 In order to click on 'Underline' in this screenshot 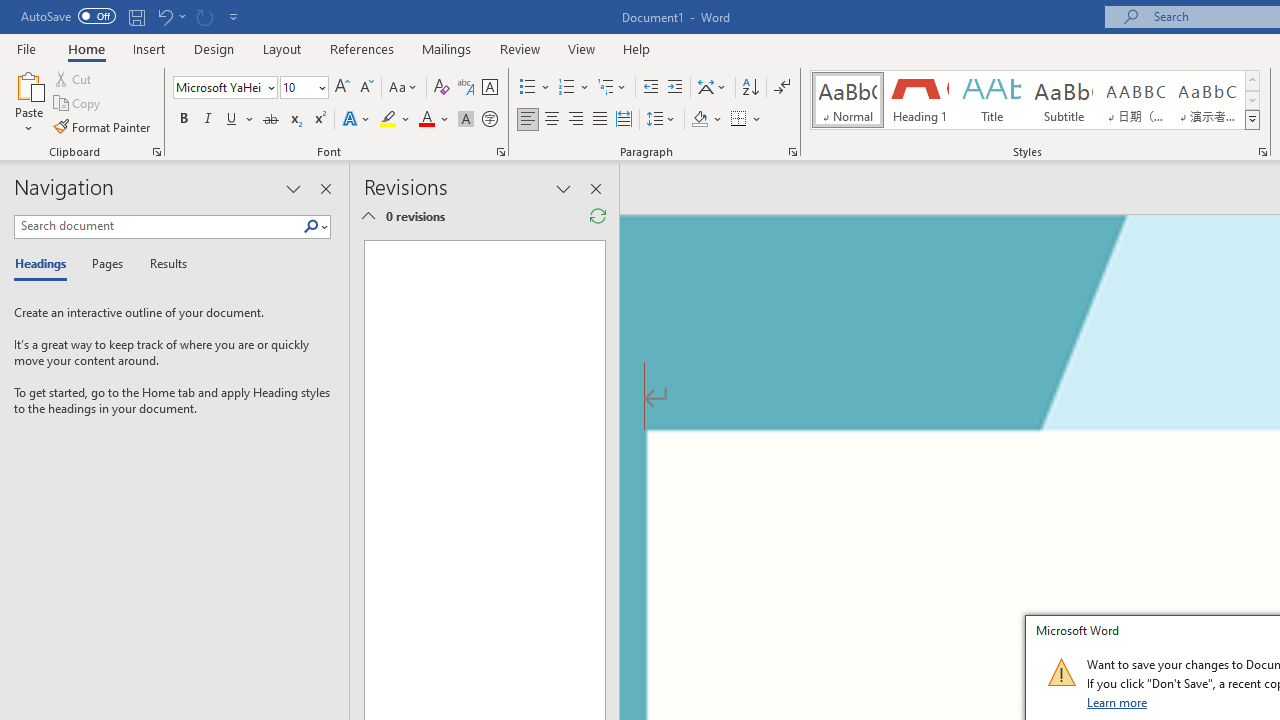, I will do `click(232, 119)`.